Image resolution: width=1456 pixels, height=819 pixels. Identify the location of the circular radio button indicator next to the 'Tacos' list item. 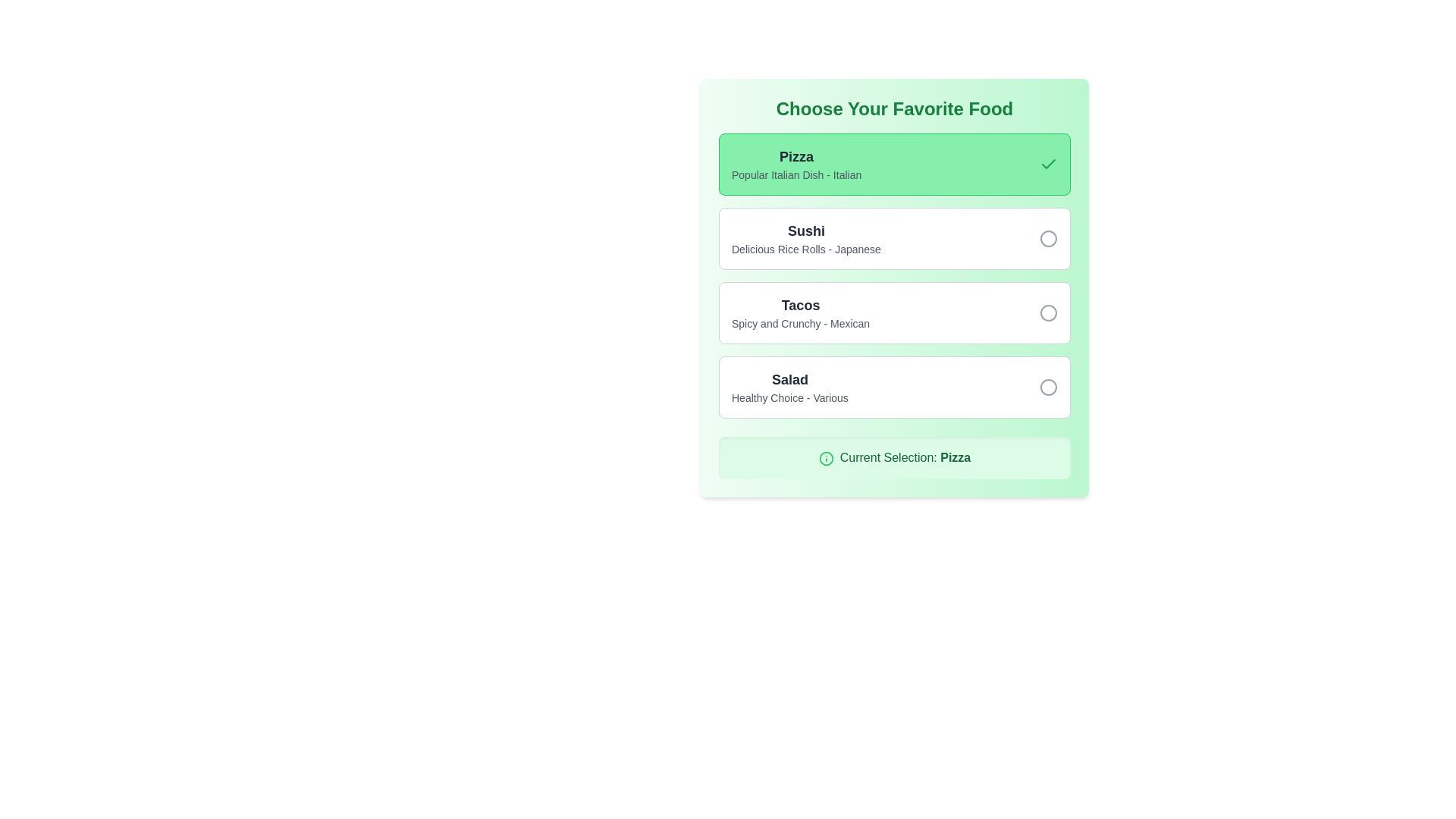
(1047, 312).